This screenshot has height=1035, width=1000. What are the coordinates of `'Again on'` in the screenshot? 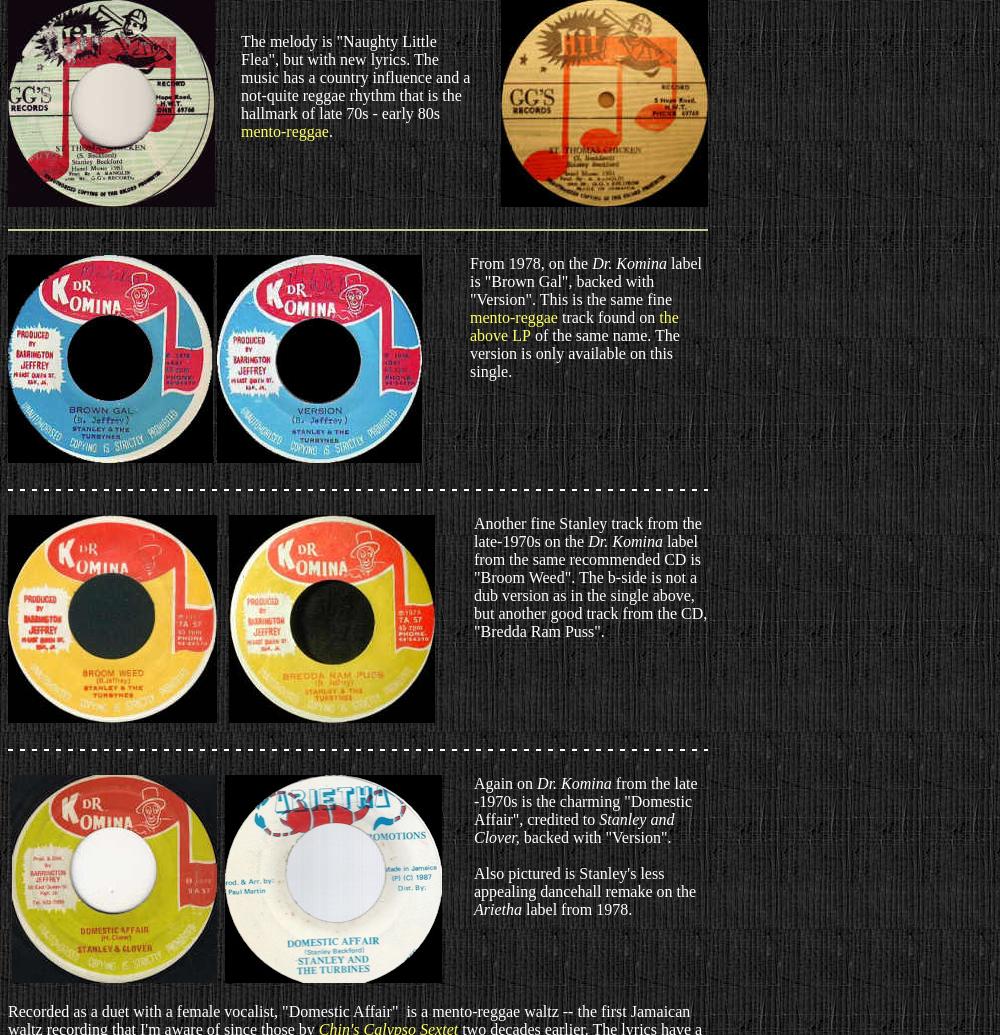 It's located at (505, 782).